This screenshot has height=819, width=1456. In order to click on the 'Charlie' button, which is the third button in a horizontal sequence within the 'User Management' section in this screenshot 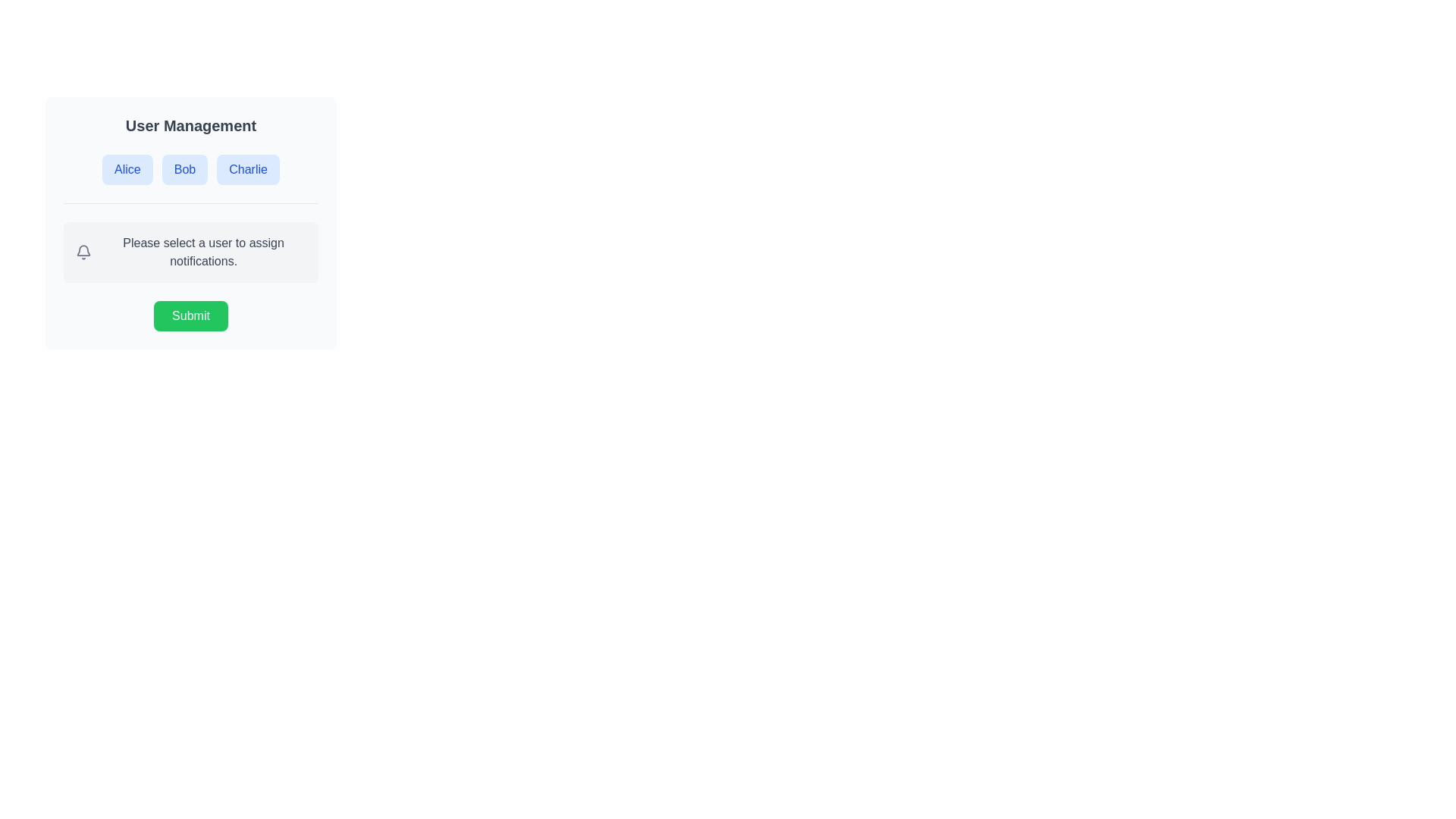, I will do `click(248, 169)`.